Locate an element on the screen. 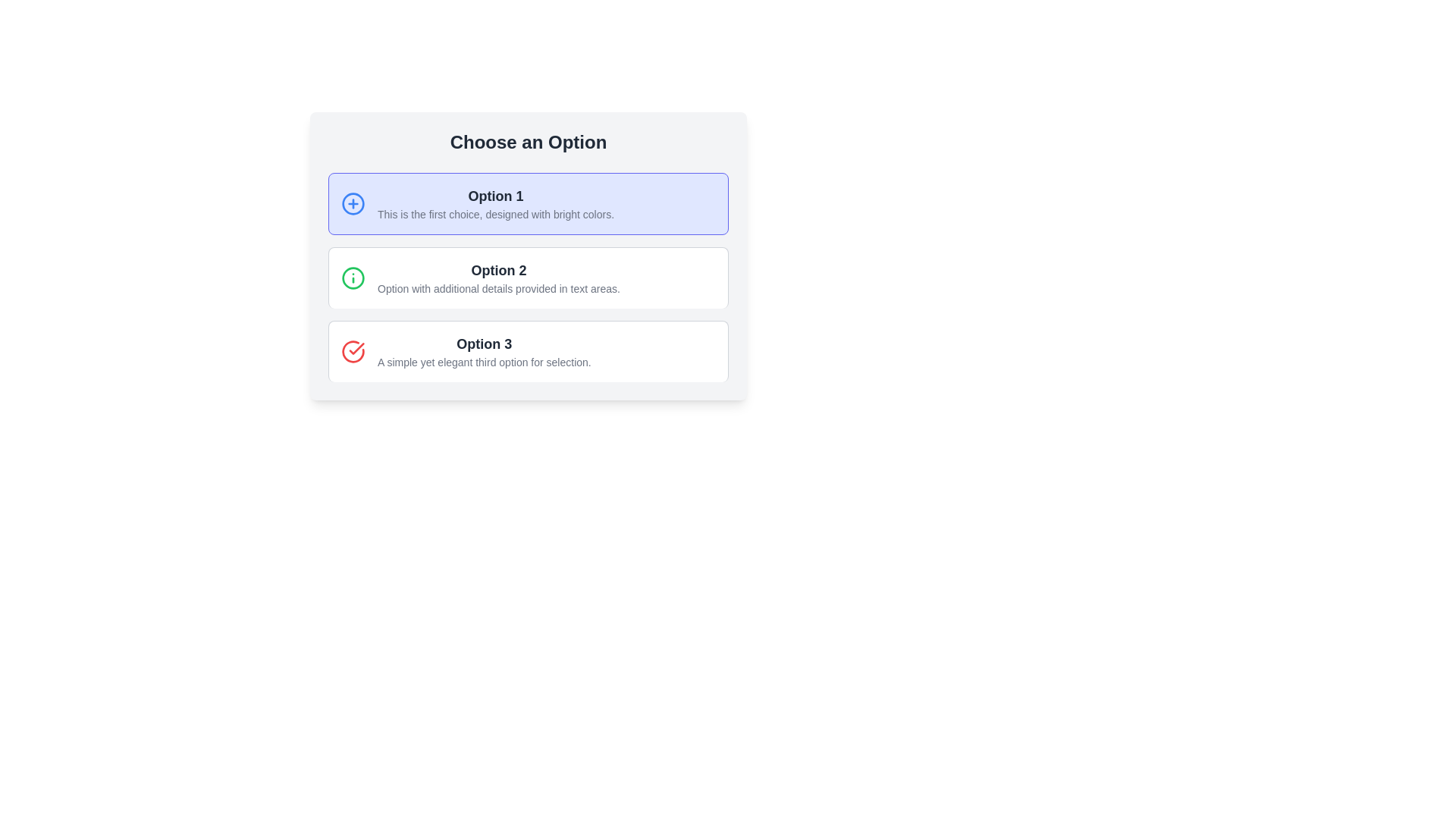 This screenshot has height=819, width=1456. the text label displaying 'Option with additional details provided in text areas.' which is located below the heading 'Option 2' is located at coordinates (498, 289).